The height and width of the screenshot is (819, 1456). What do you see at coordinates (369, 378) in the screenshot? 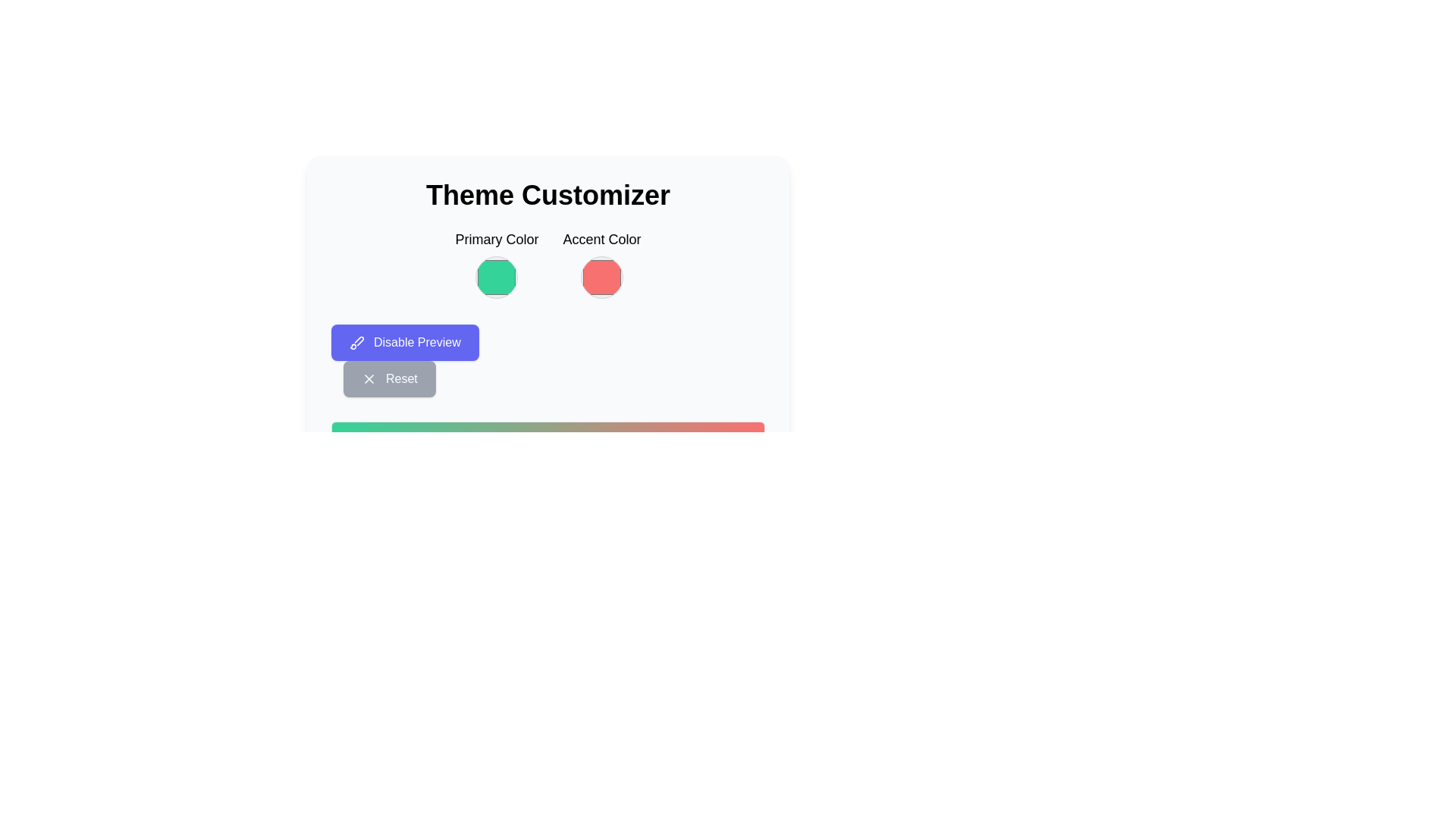
I see `the small 'X' shaped icon located inside the gray 'Reset' button` at bounding box center [369, 378].